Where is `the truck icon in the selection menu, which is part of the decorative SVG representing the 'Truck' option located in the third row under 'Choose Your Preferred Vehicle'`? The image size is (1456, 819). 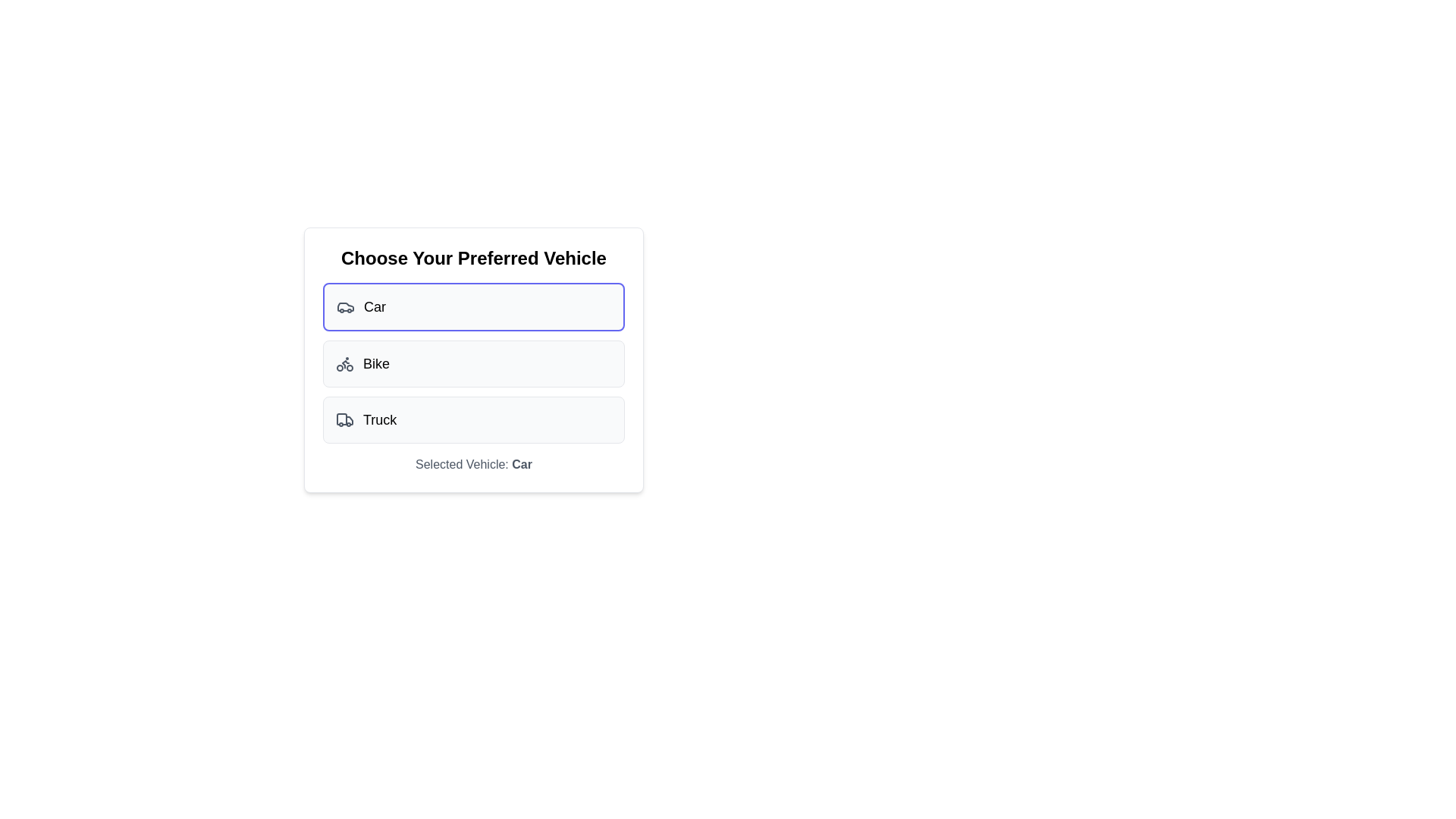 the truck icon in the selection menu, which is part of the decorative SVG representing the 'Truck' option located in the third row under 'Choose Your Preferred Vehicle' is located at coordinates (341, 419).